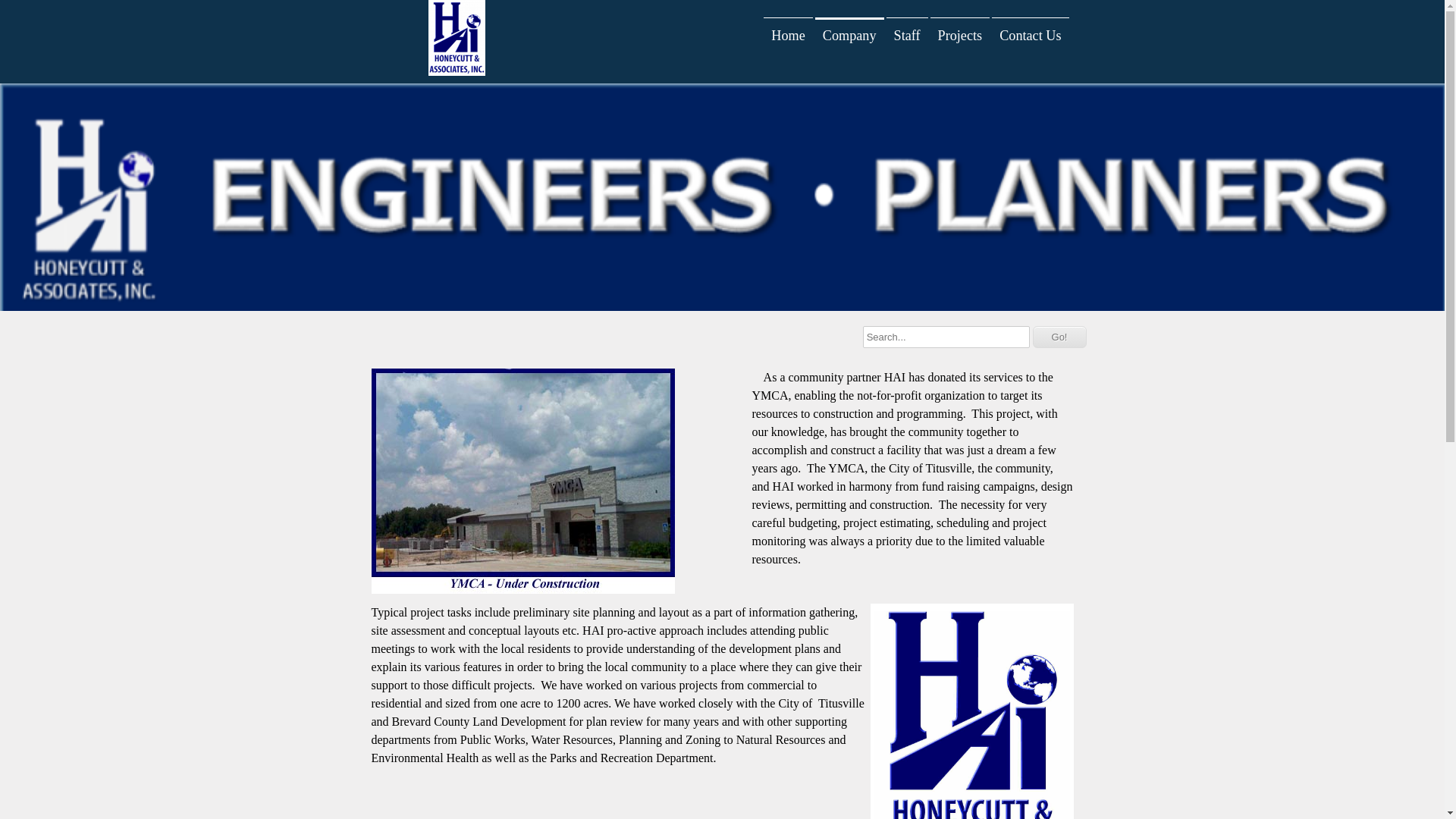 The image size is (1456, 819). What do you see at coordinates (787, 34) in the screenshot?
I see `'Home'` at bounding box center [787, 34].